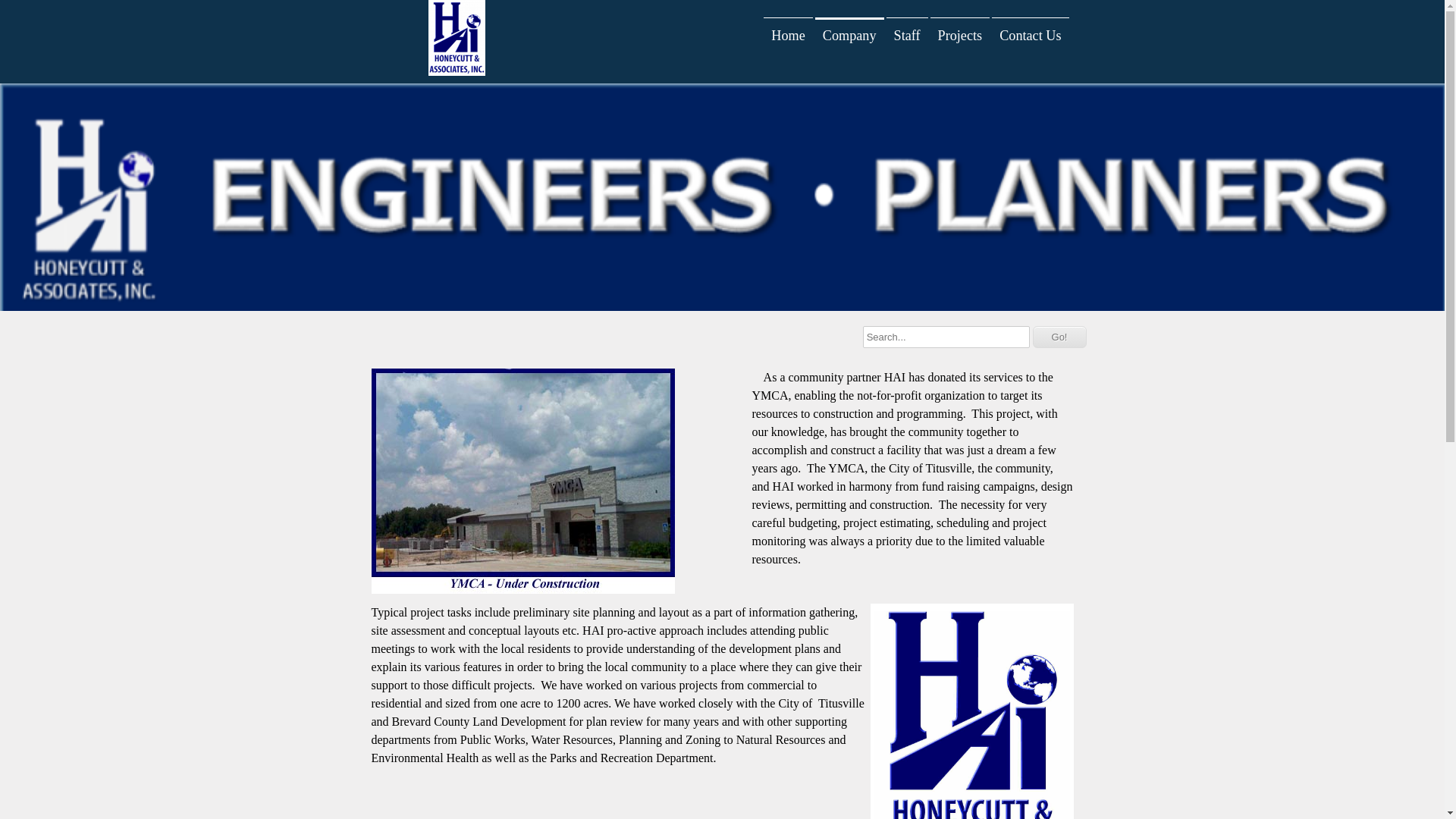 The image size is (1456, 819). What do you see at coordinates (787, 34) in the screenshot?
I see `'Home'` at bounding box center [787, 34].